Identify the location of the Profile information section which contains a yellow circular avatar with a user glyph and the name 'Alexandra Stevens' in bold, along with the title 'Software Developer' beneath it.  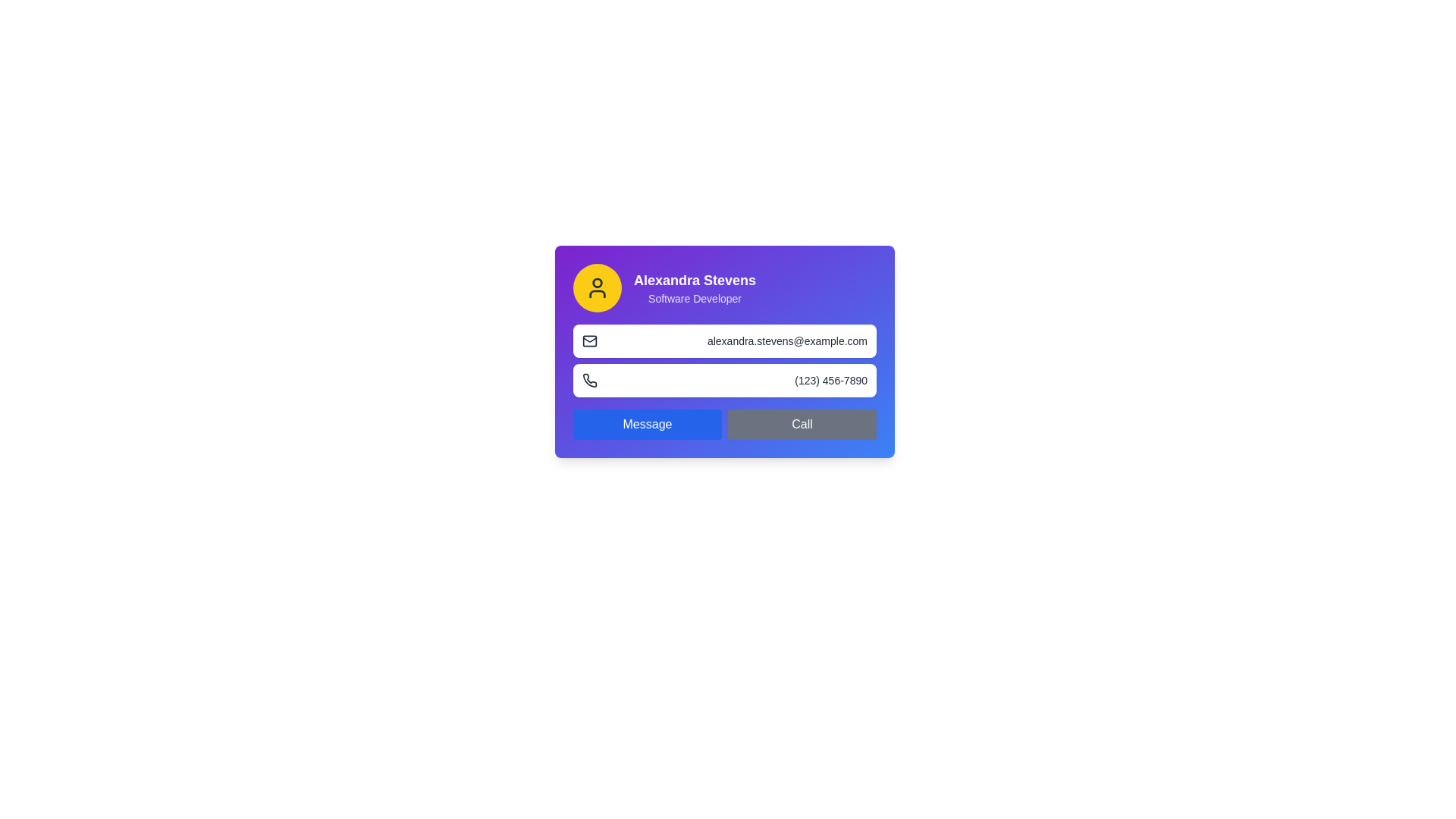
(723, 288).